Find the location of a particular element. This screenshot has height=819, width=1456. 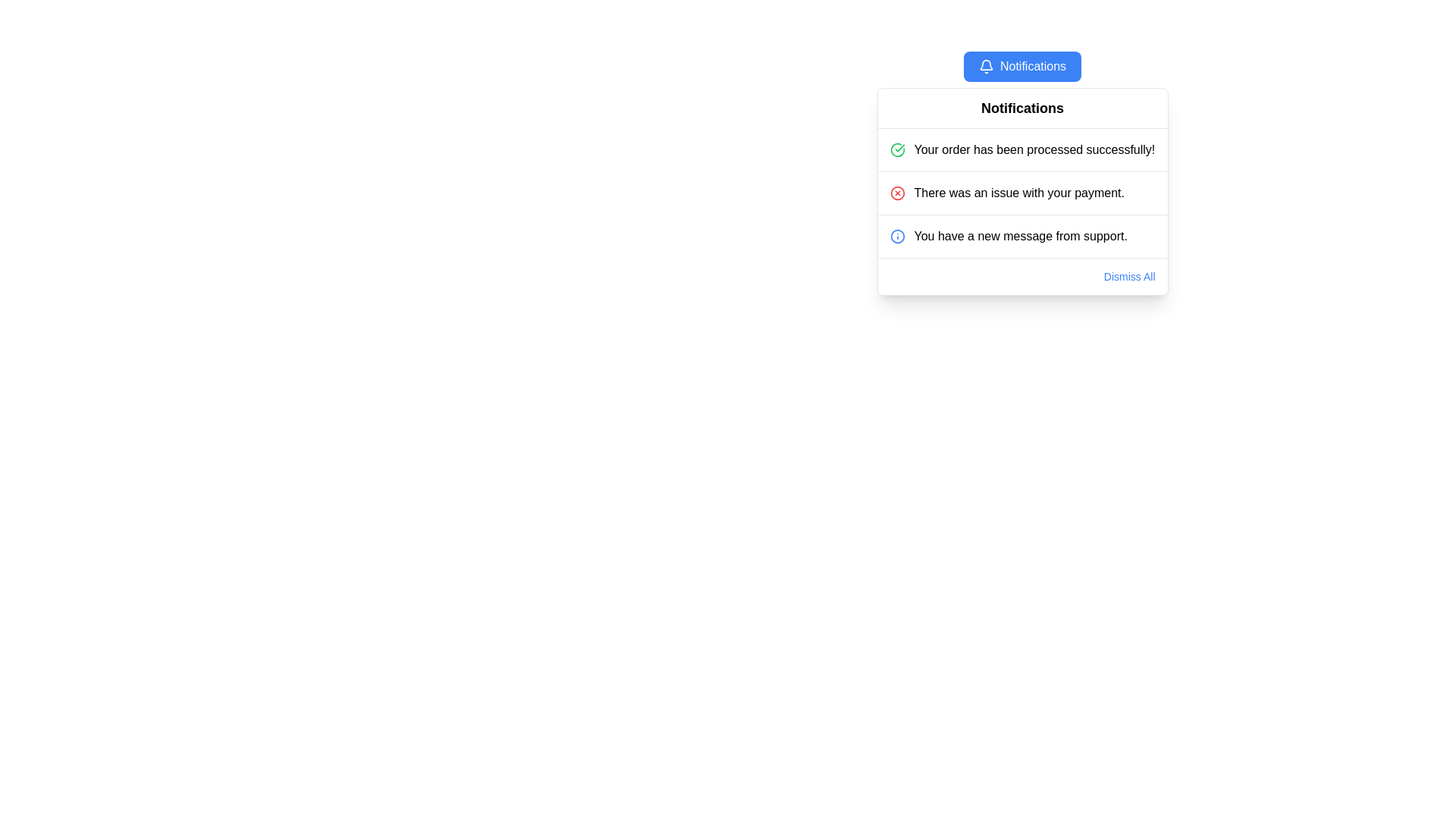

the green checkmark icon that indicates success, which is located at the start of the notification message 'Your order has been processed successfully!' is located at coordinates (897, 149).